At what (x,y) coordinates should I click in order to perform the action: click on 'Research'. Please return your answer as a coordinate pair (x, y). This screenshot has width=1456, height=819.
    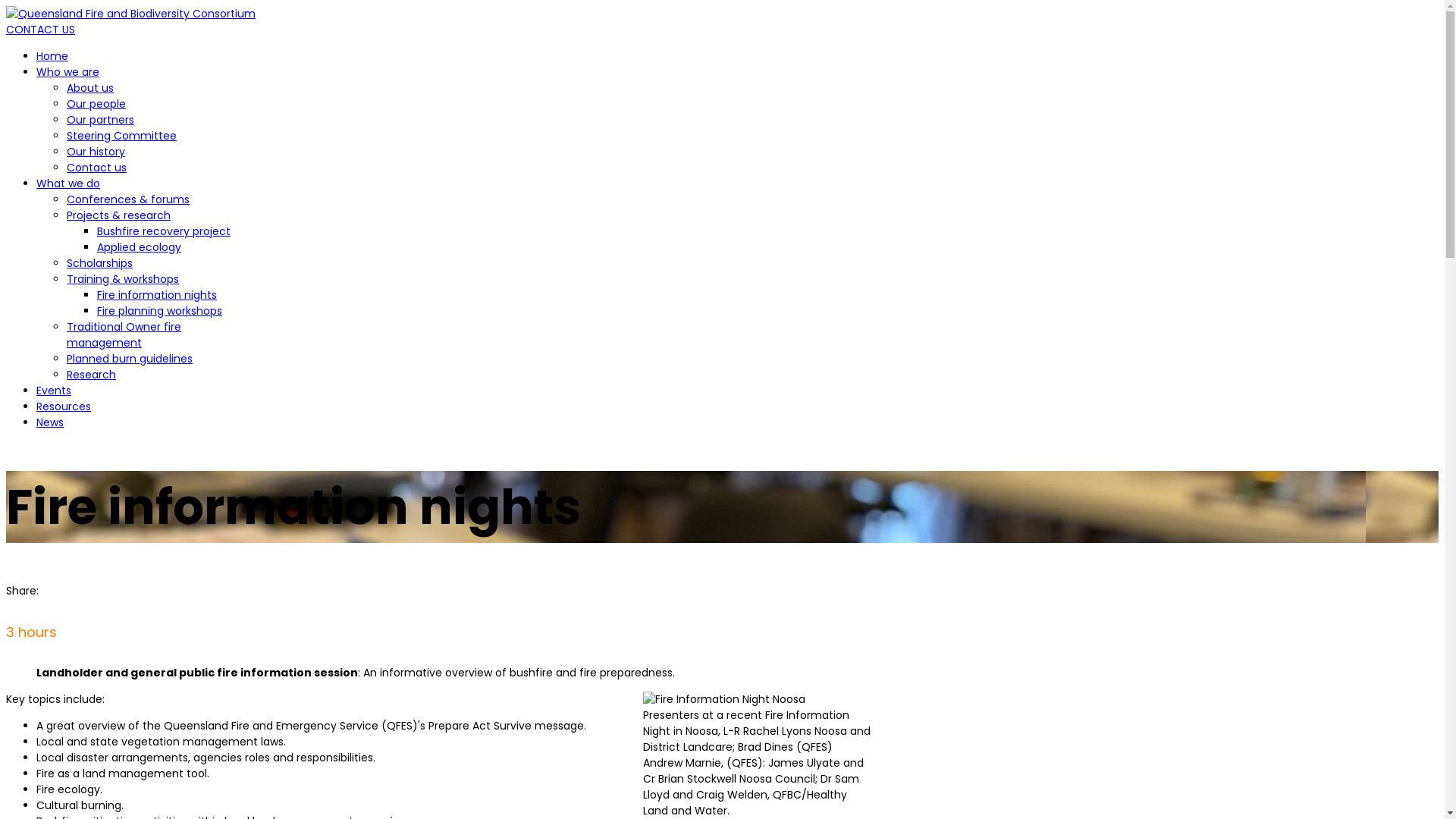
    Looking at the image, I should click on (65, 374).